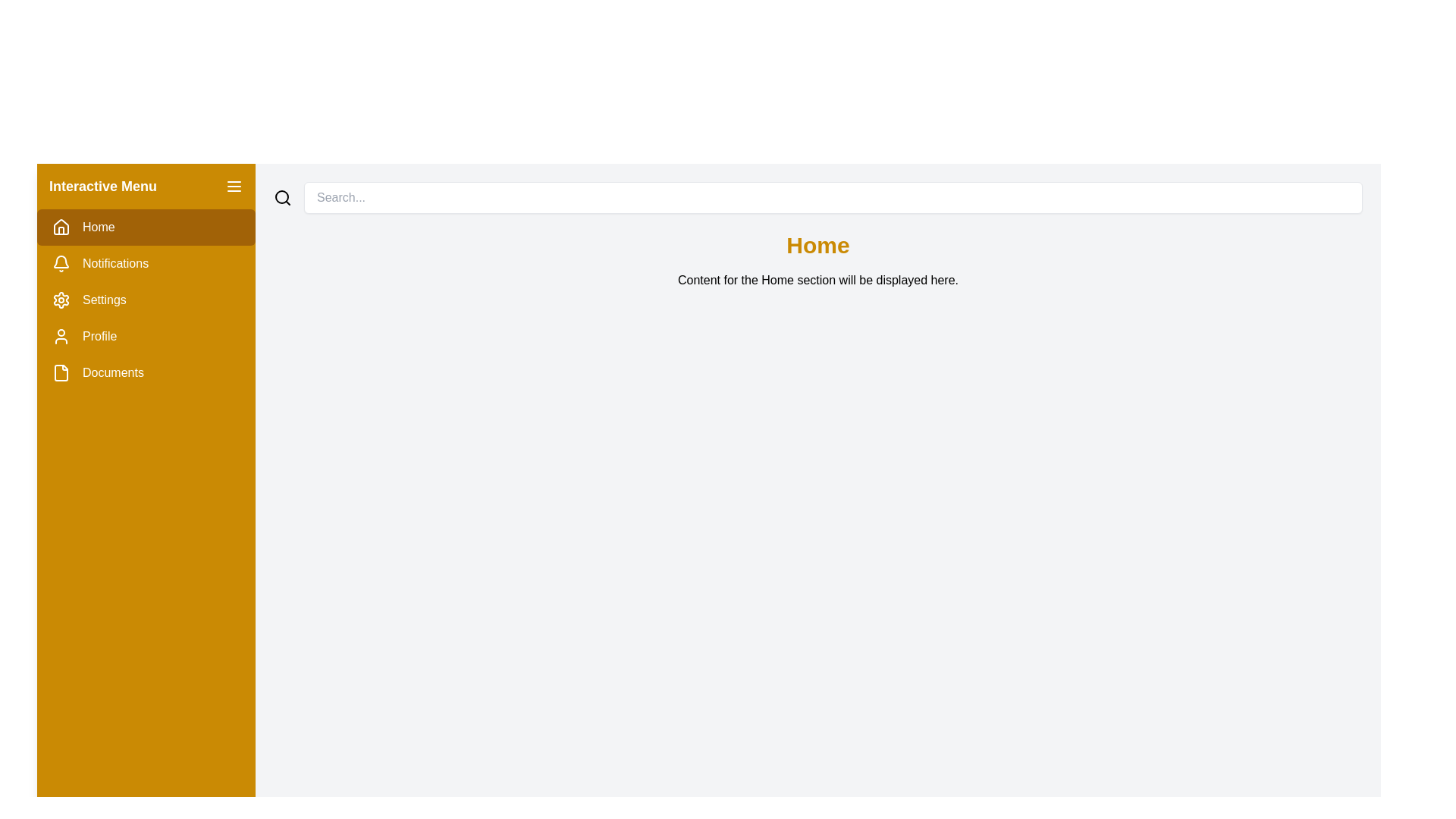 Image resolution: width=1456 pixels, height=819 pixels. Describe the element at coordinates (103, 300) in the screenshot. I see `the 'Settings' text label, which is displayed in white over a mustard-yellow background and is the third item in the vertical navigation menu` at that location.